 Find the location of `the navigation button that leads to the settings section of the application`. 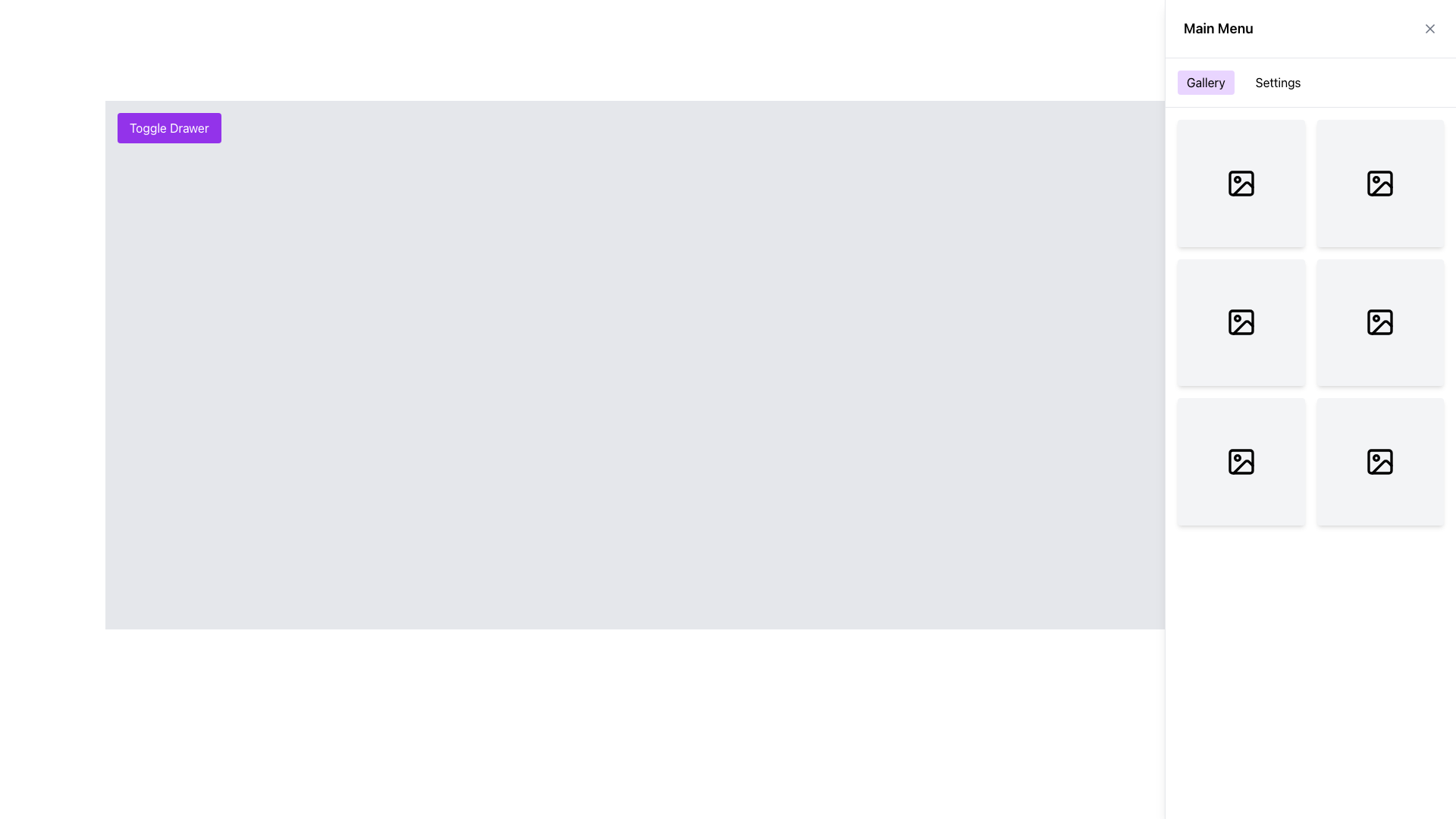

the navigation button that leads to the settings section of the application is located at coordinates (1277, 82).